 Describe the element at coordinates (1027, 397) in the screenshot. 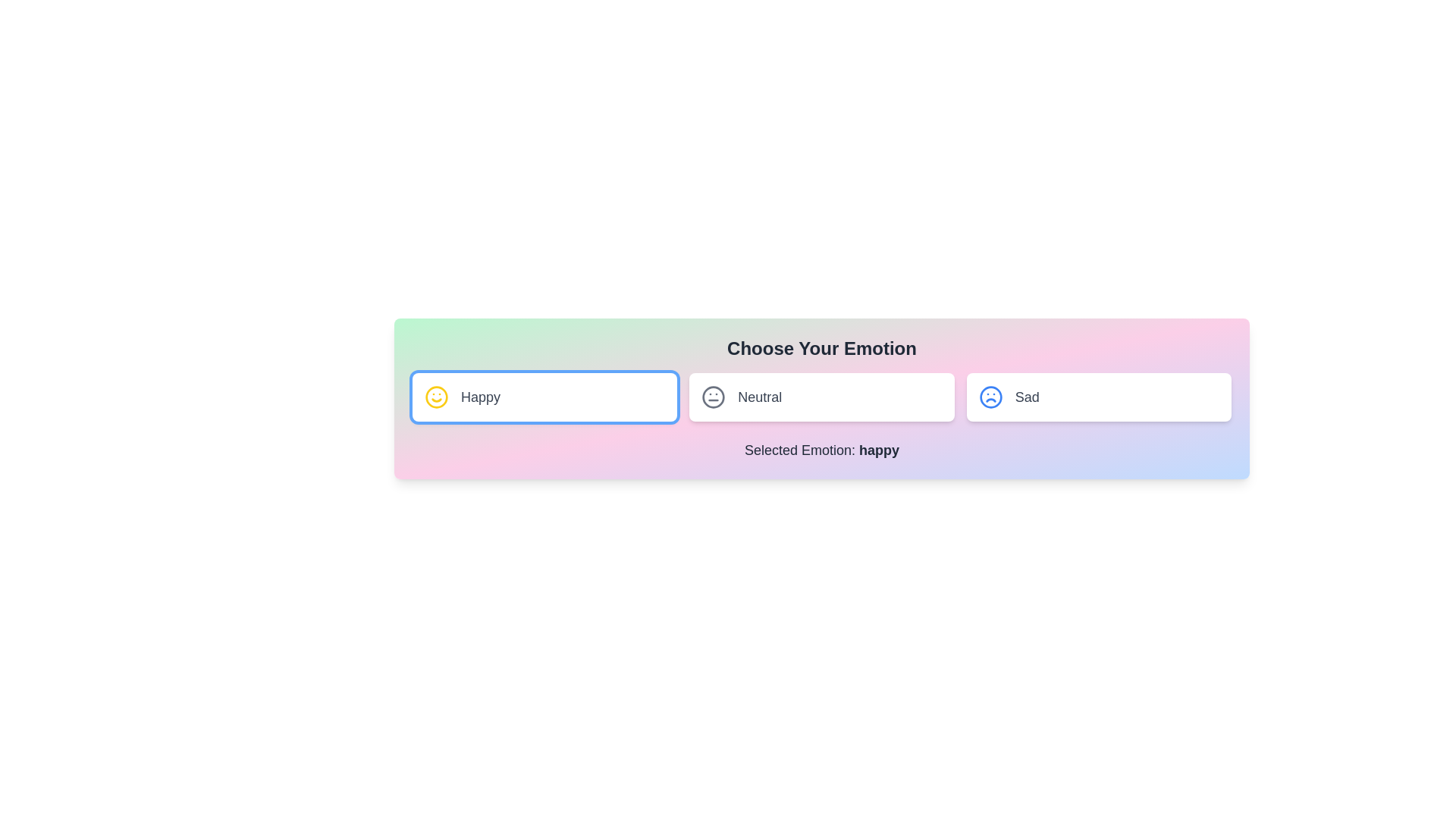

I see `the 'Sad' text label` at that location.